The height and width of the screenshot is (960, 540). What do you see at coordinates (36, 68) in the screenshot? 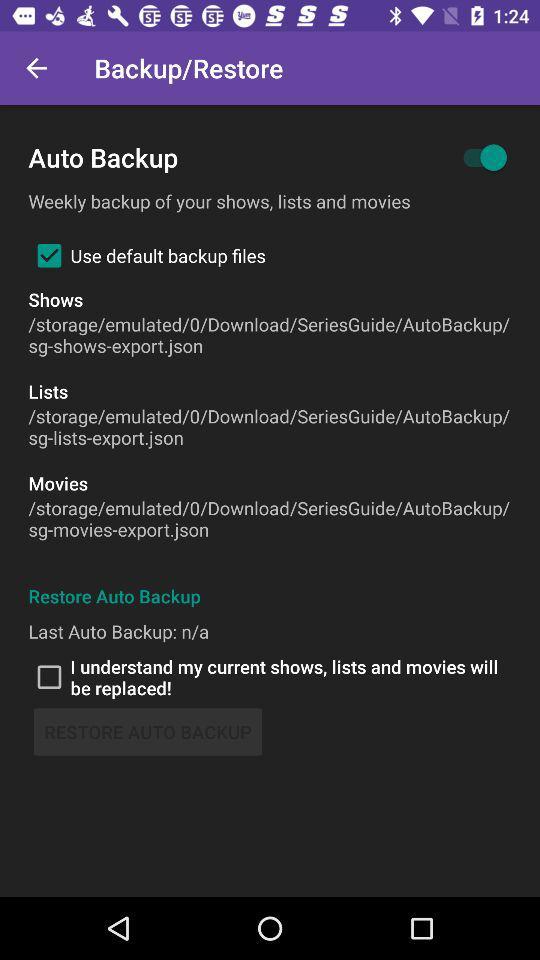
I see `the item to the left of backup/restore item` at bounding box center [36, 68].